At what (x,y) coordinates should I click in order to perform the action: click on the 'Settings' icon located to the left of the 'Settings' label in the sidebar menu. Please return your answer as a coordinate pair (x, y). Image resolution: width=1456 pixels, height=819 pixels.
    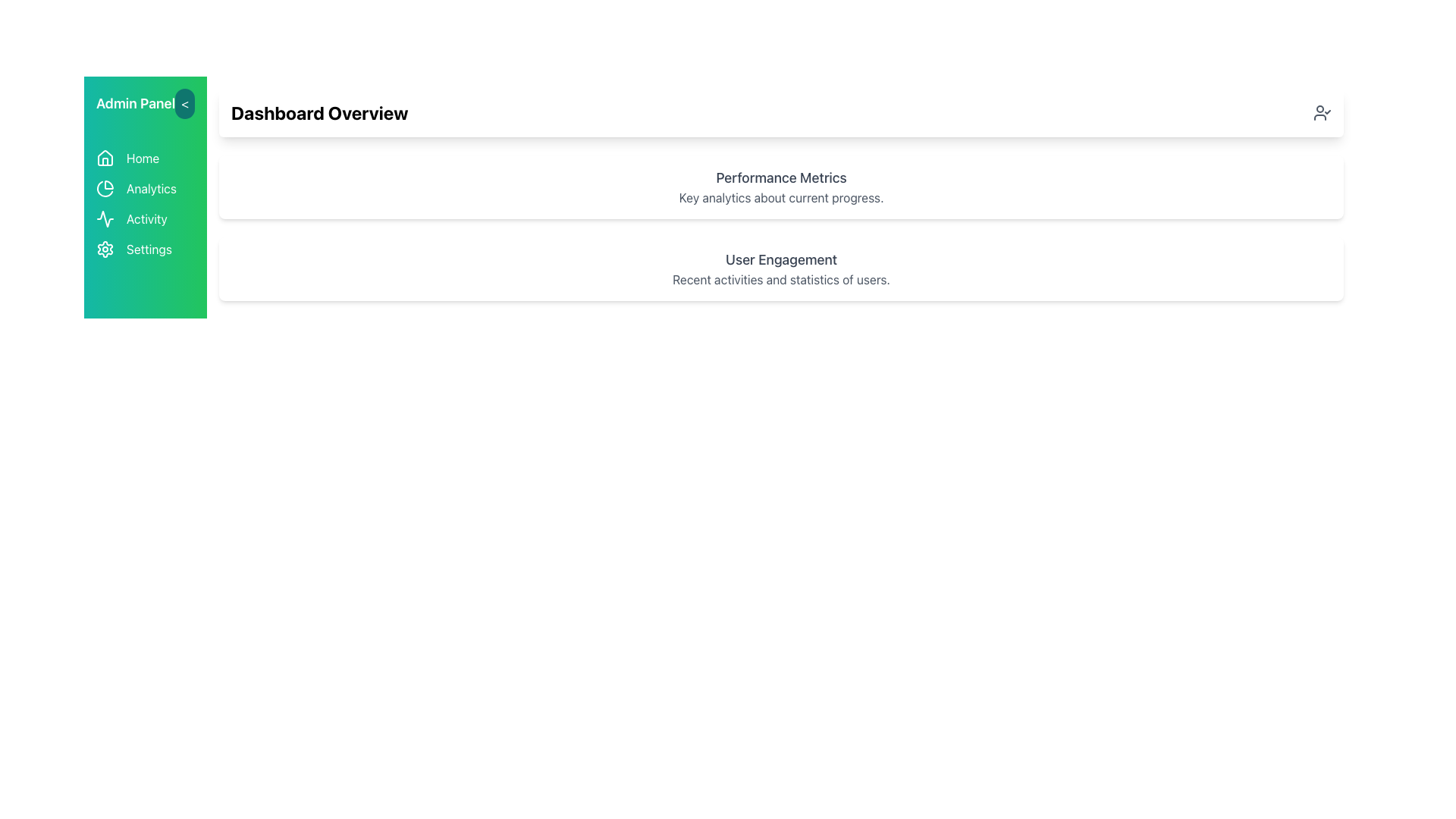
    Looking at the image, I should click on (105, 248).